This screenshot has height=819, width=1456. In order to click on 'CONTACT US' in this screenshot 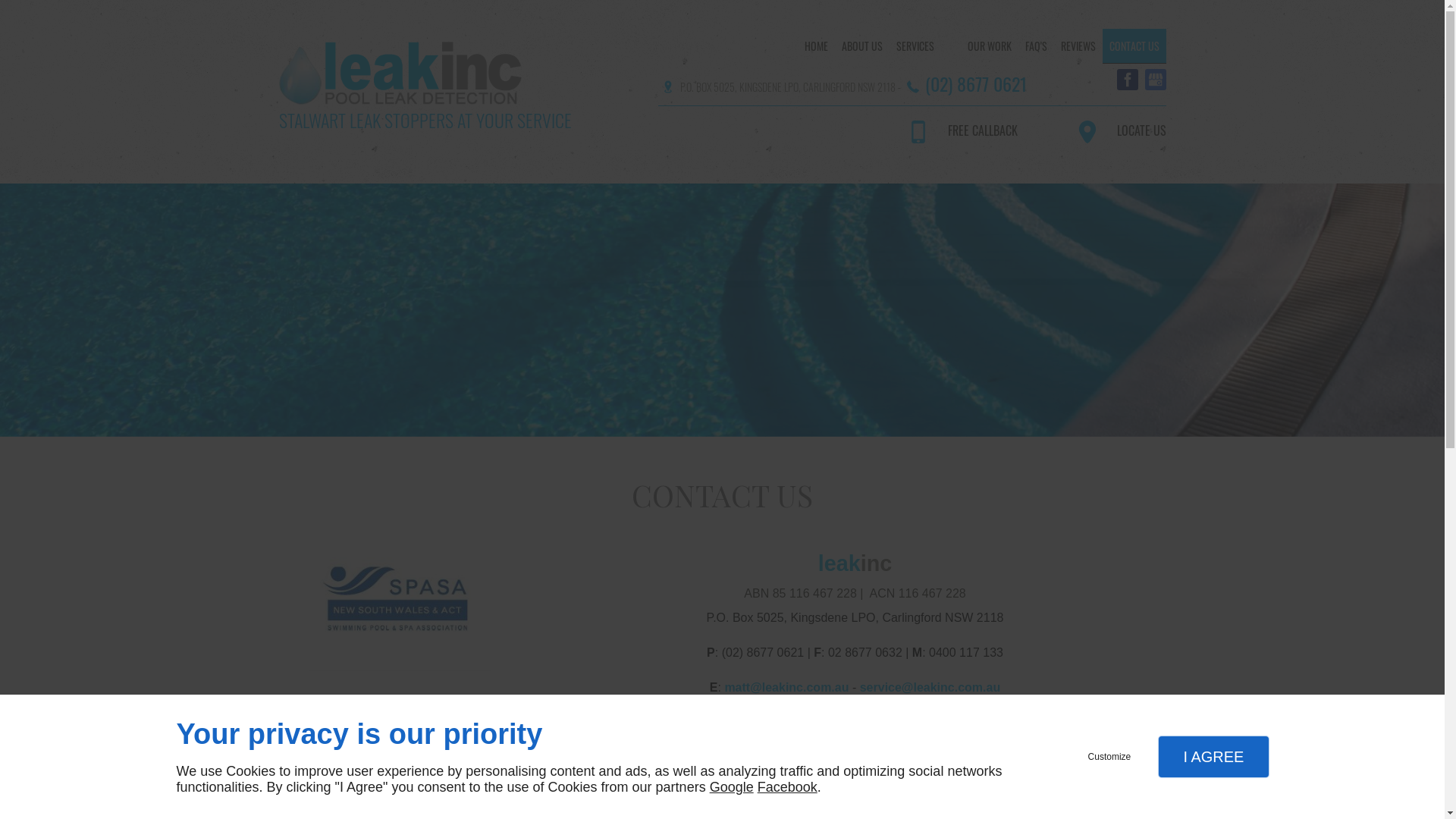, I will do `click(1134, 45)`.